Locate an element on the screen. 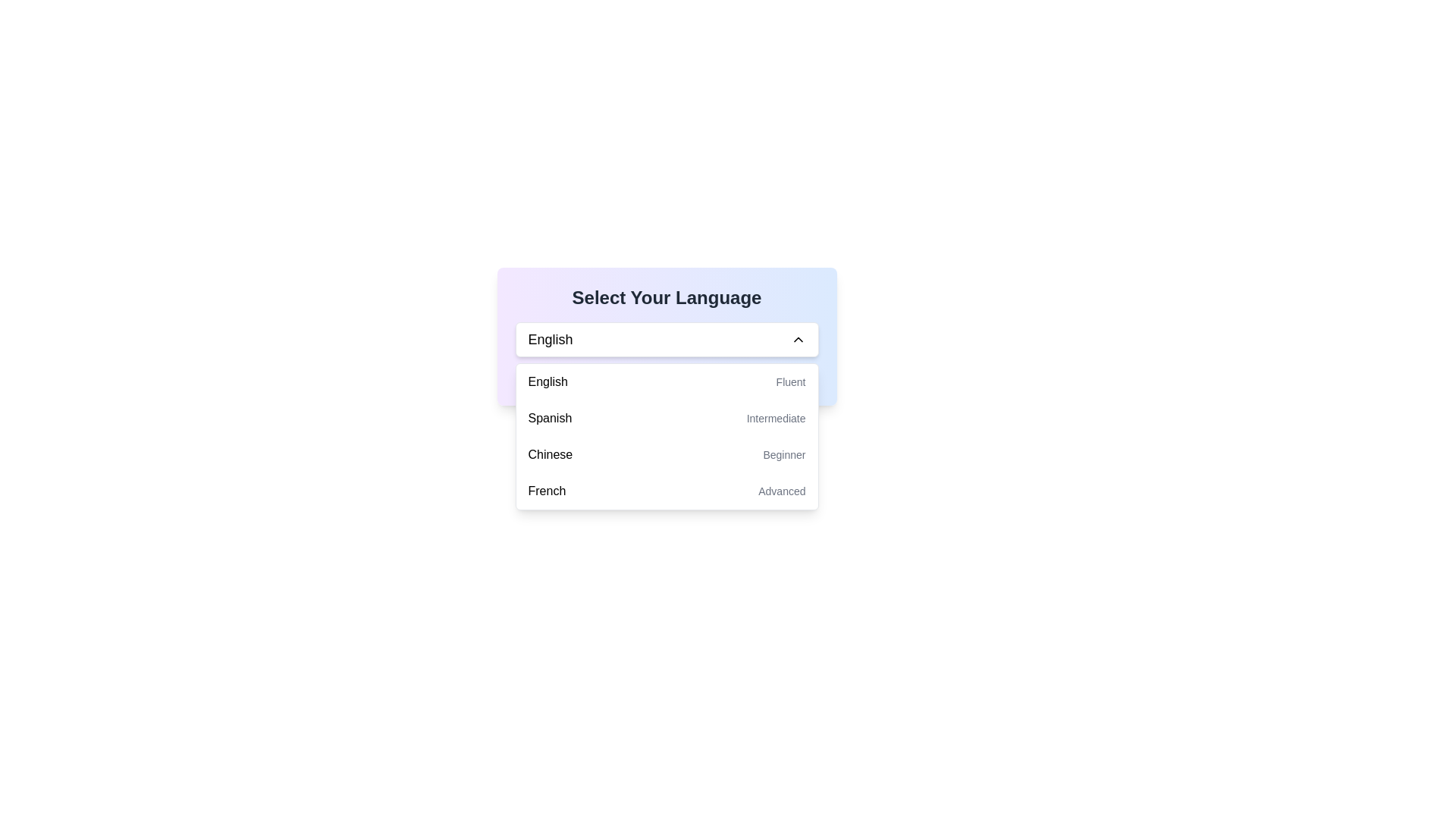  the dropdown list is located at coordinates (667, 436).